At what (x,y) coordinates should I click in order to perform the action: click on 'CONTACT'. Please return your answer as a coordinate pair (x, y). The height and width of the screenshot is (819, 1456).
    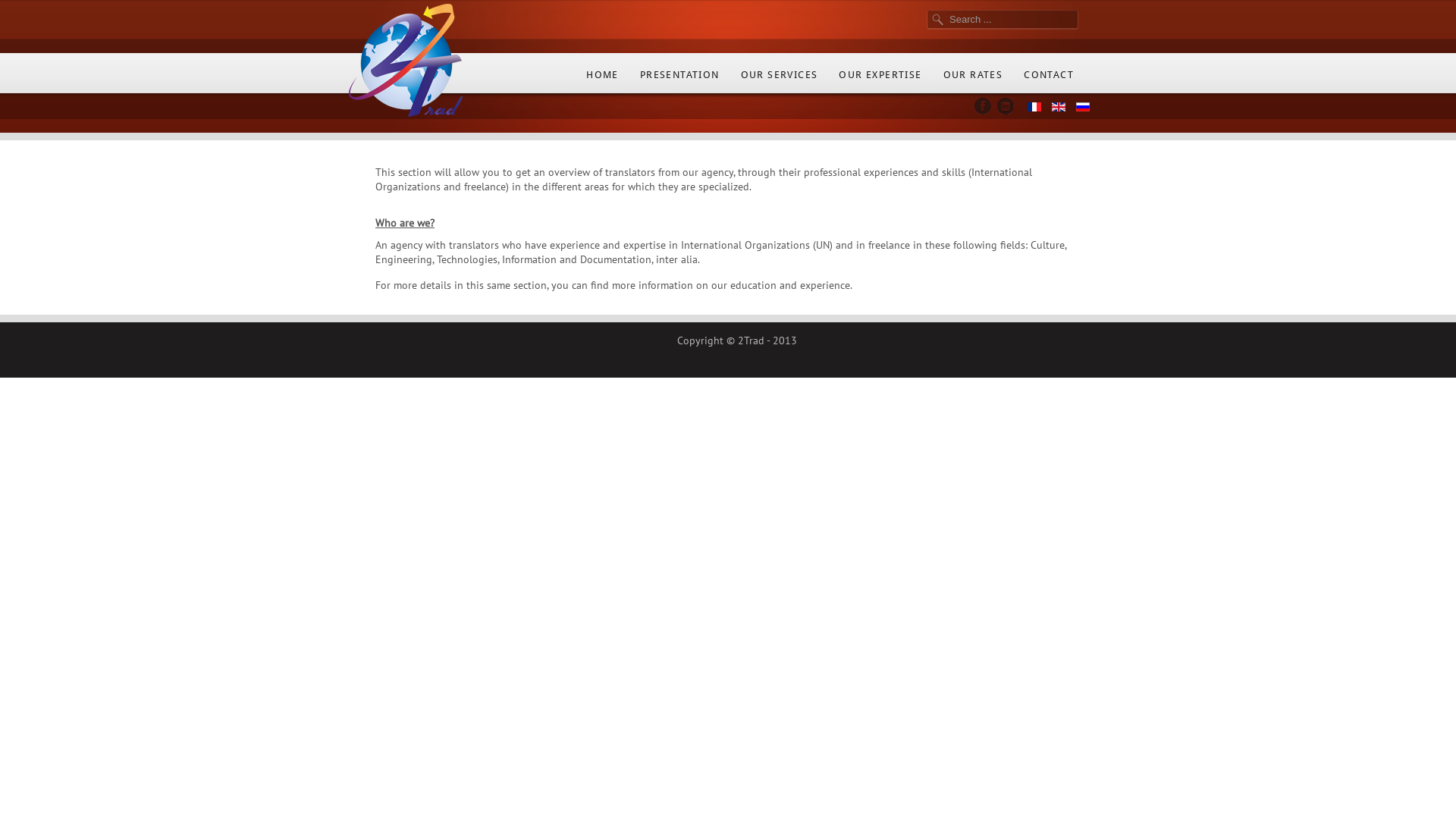
    Looking at the image, I should click on (1047, 79).